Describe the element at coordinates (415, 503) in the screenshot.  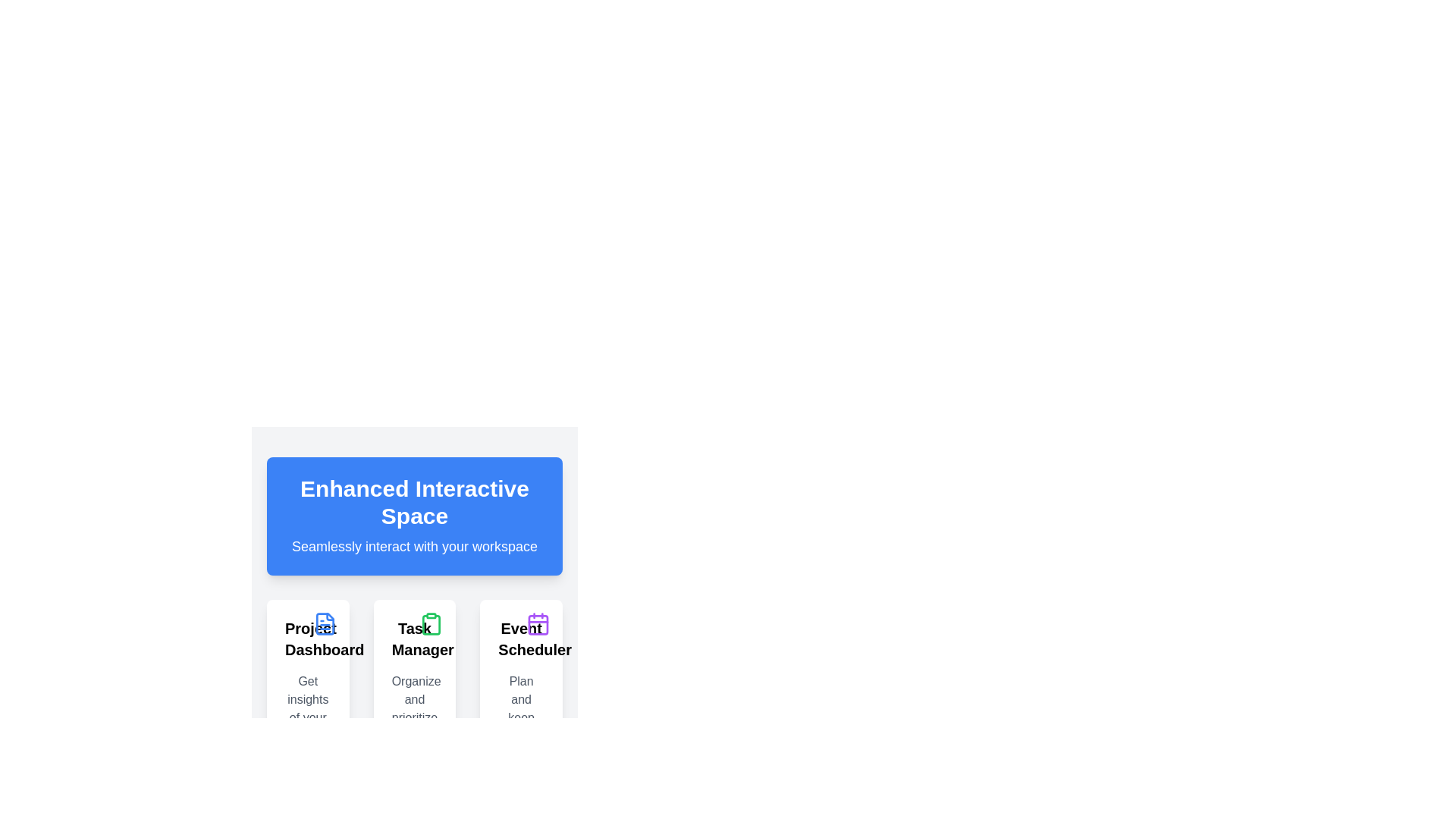
I see `the text-based heading element that displays 'Enhanced Interactive Space', which is centered on a blue background and positioned above the text 'Seamlessly interact with your workspace'` at that location.